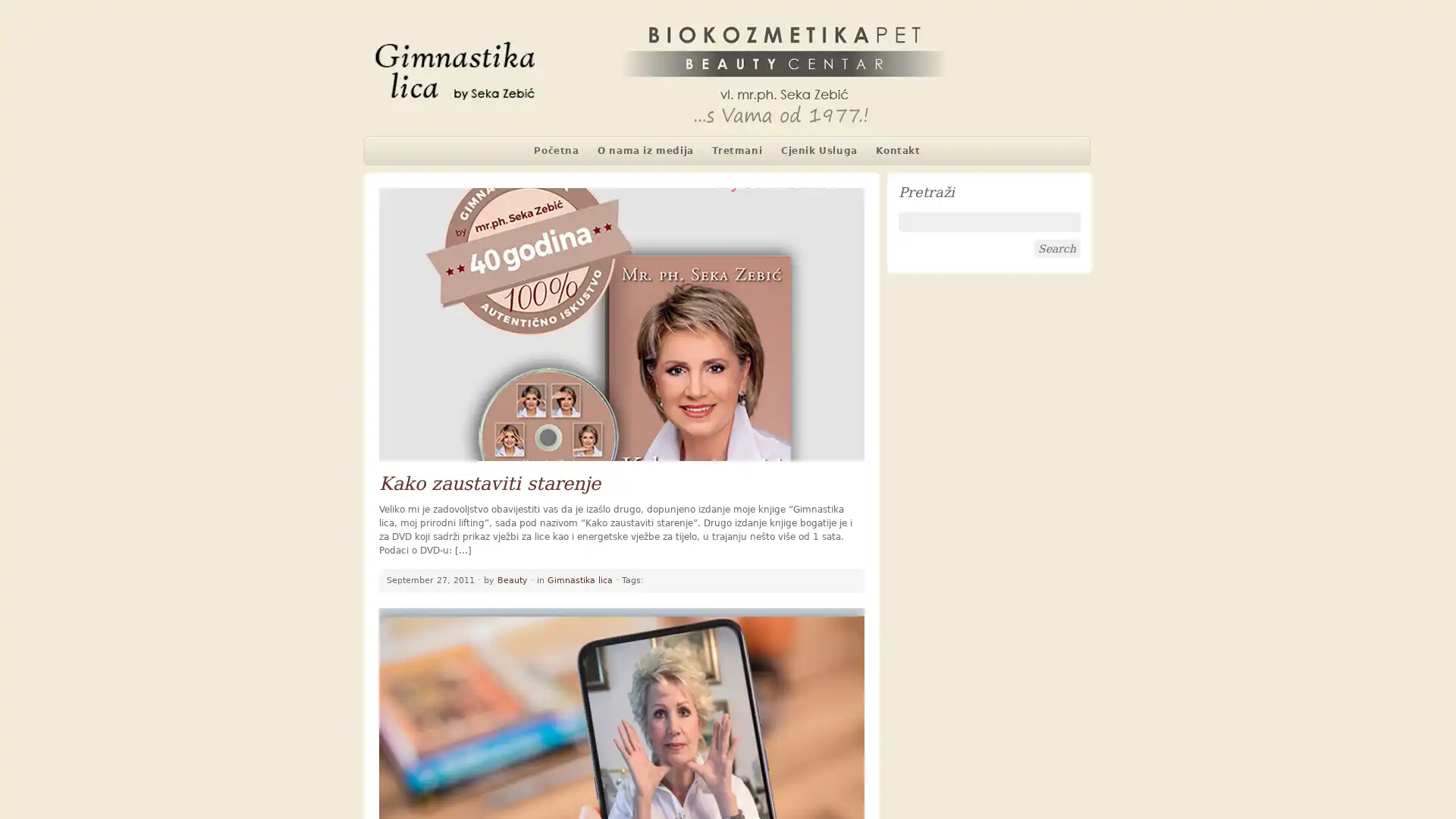 Image resolution: width=1456 pixels, height=819 pixels. I want to click on Search, so click(1056, 247).